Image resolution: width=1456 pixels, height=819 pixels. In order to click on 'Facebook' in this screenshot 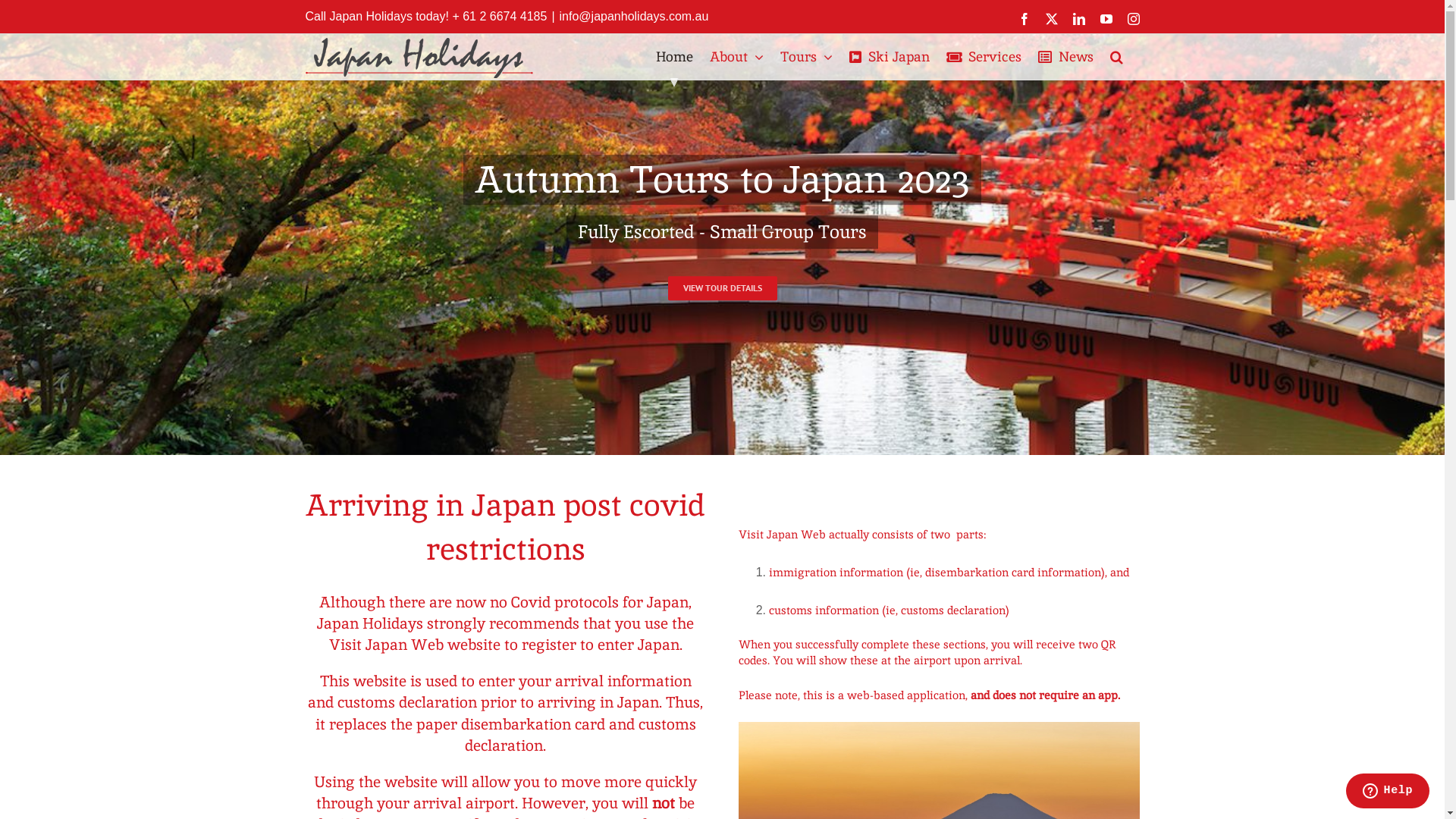, I will do `click(1024, 17)`.